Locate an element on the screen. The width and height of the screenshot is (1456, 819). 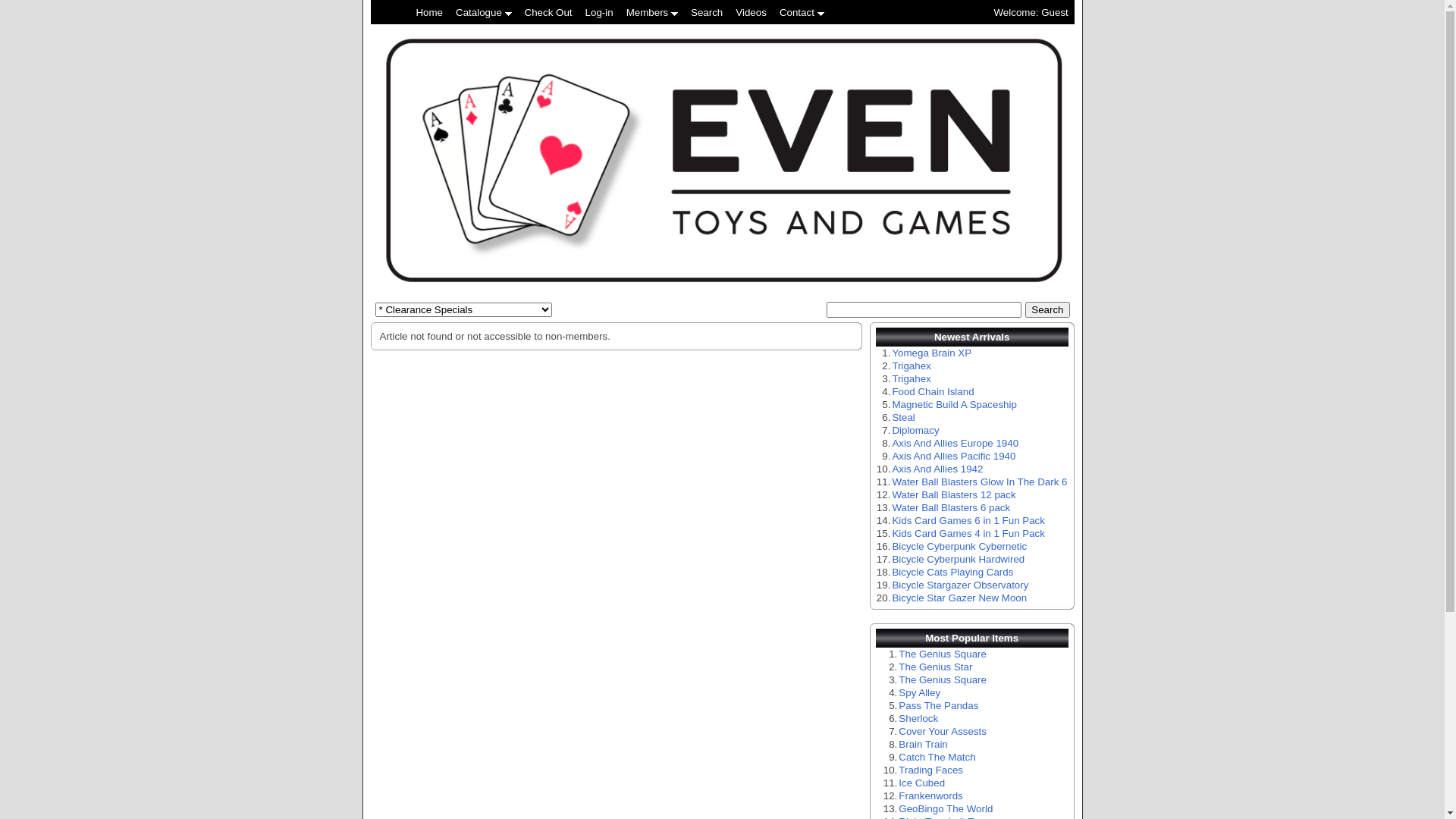
'Videos' is located at coordinates (751, 12).